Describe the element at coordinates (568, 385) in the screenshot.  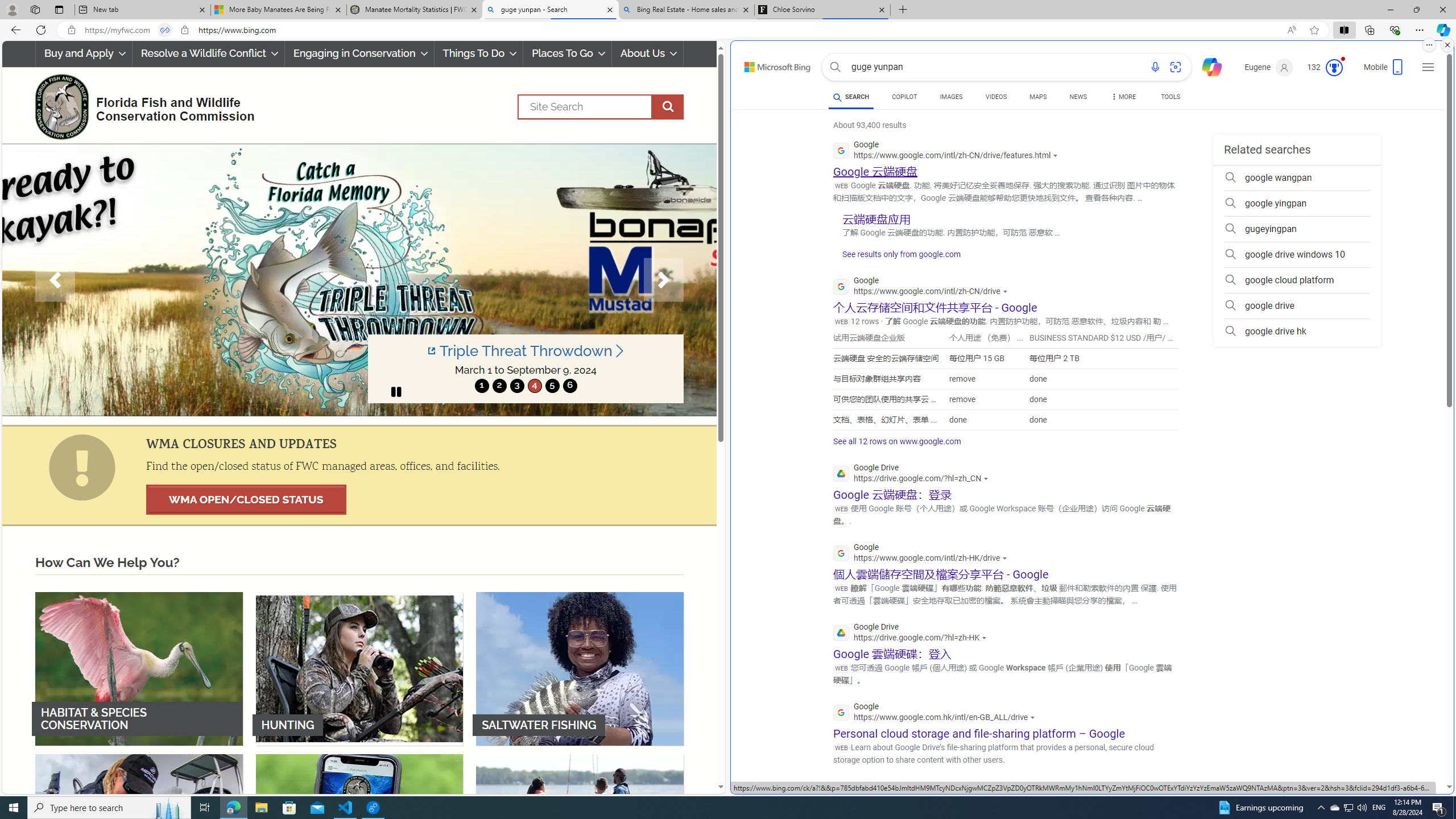
I see `'6'` at that location.